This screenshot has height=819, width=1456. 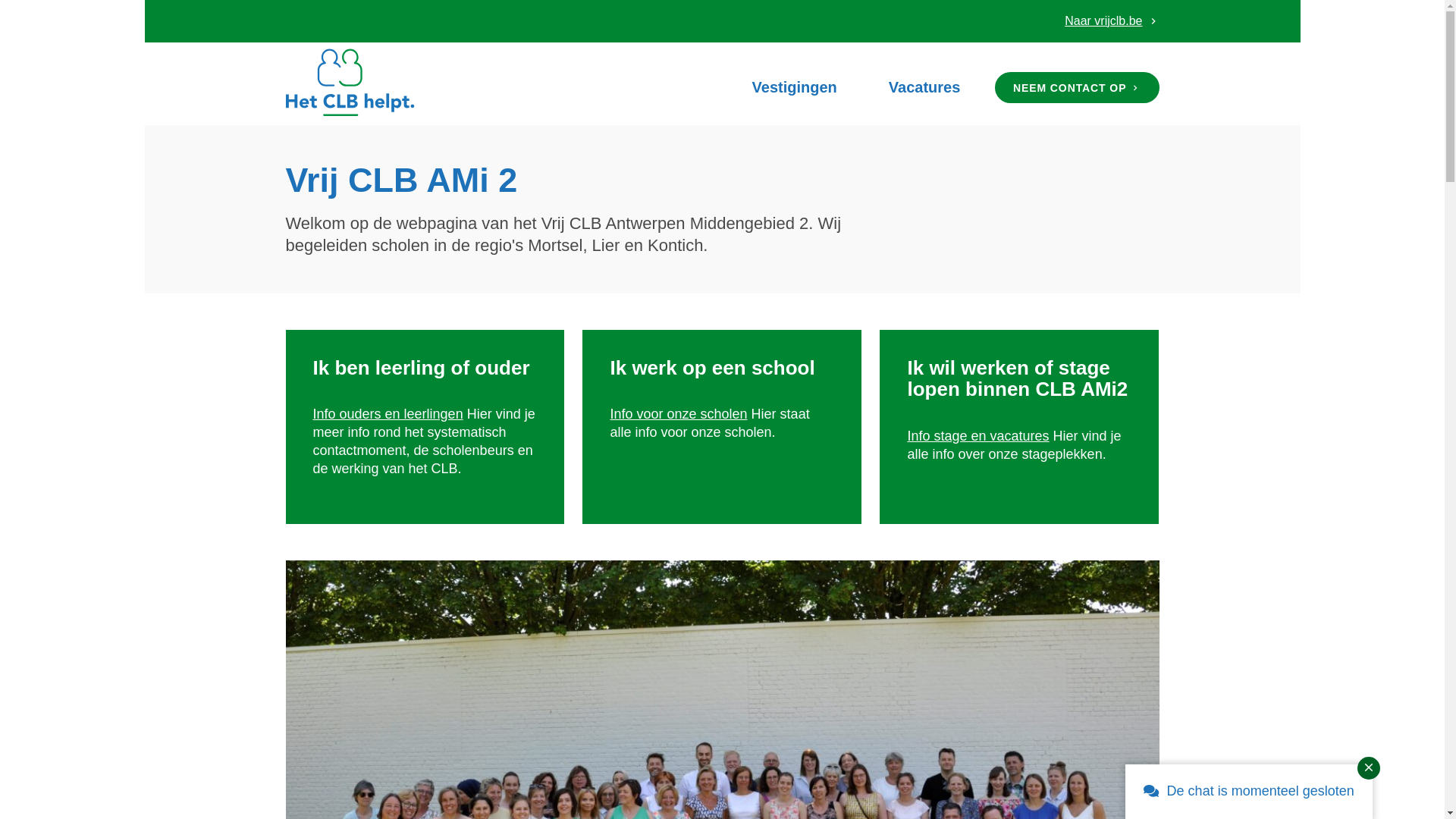 What do you see at coordinates (312, 414) in the screenshot?
I see `'Info ouders en leerlingen'` at bounding box center [312, 414].